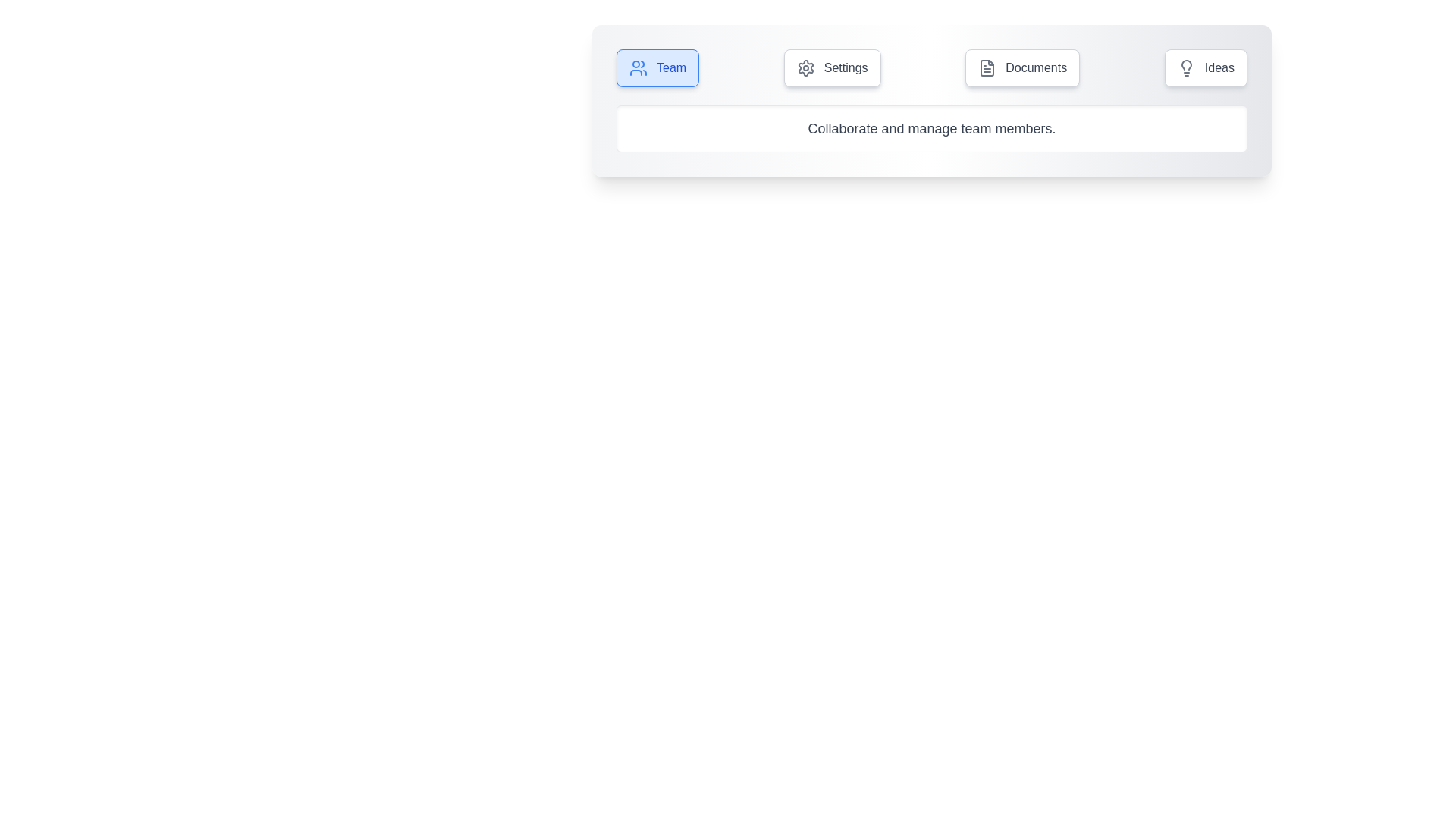 The height and width of the screenshot is (819, 1456). Describe the element at coordinates (831, 67) in the screenshot. I see `the tab labeled Settings to view its content` at that location.